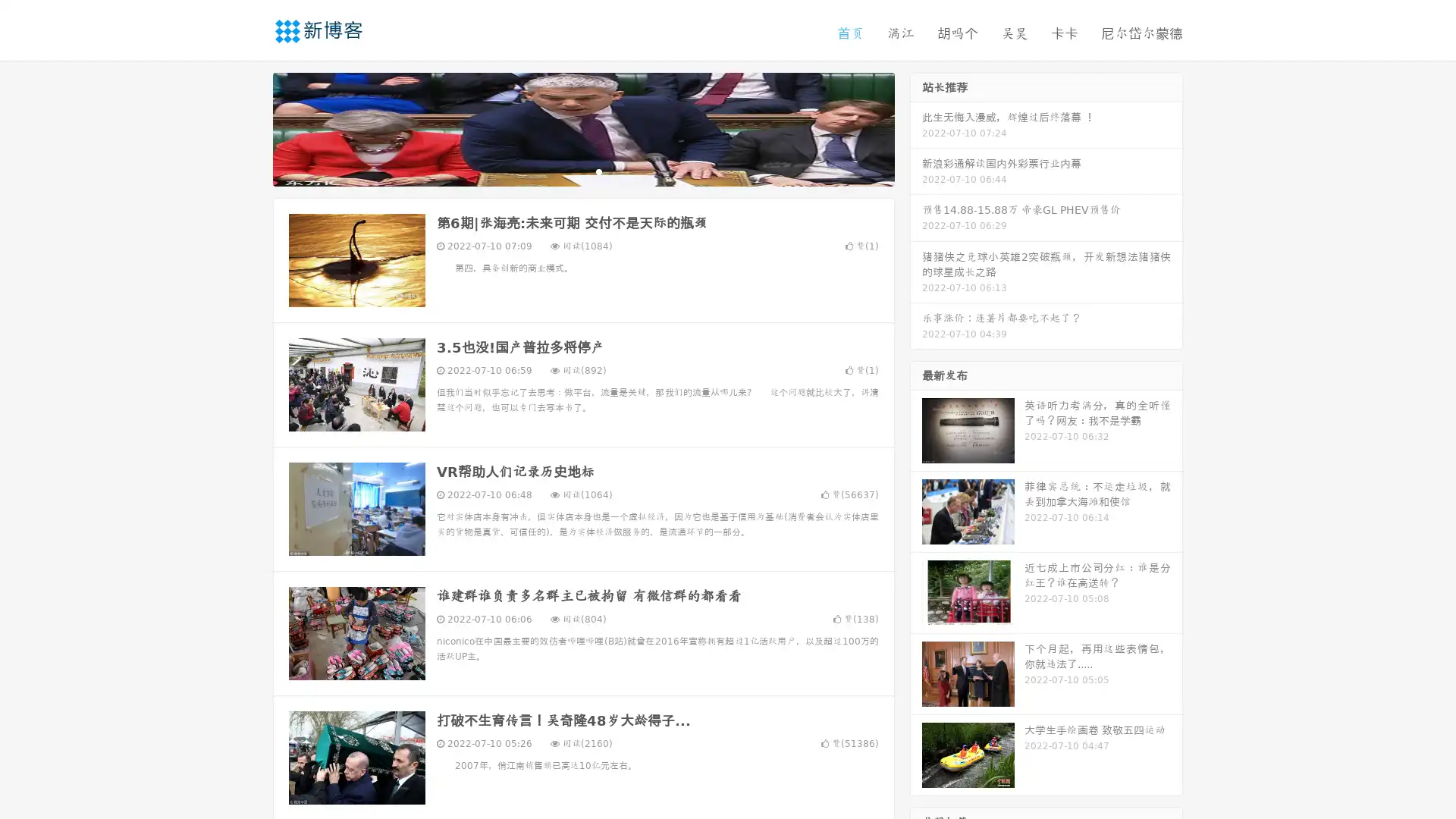 The height and width of the screenshot is (819, 1456). Describe the element at coordinates (250, 127) in the screenshot. I see `Previous slide` at that location.